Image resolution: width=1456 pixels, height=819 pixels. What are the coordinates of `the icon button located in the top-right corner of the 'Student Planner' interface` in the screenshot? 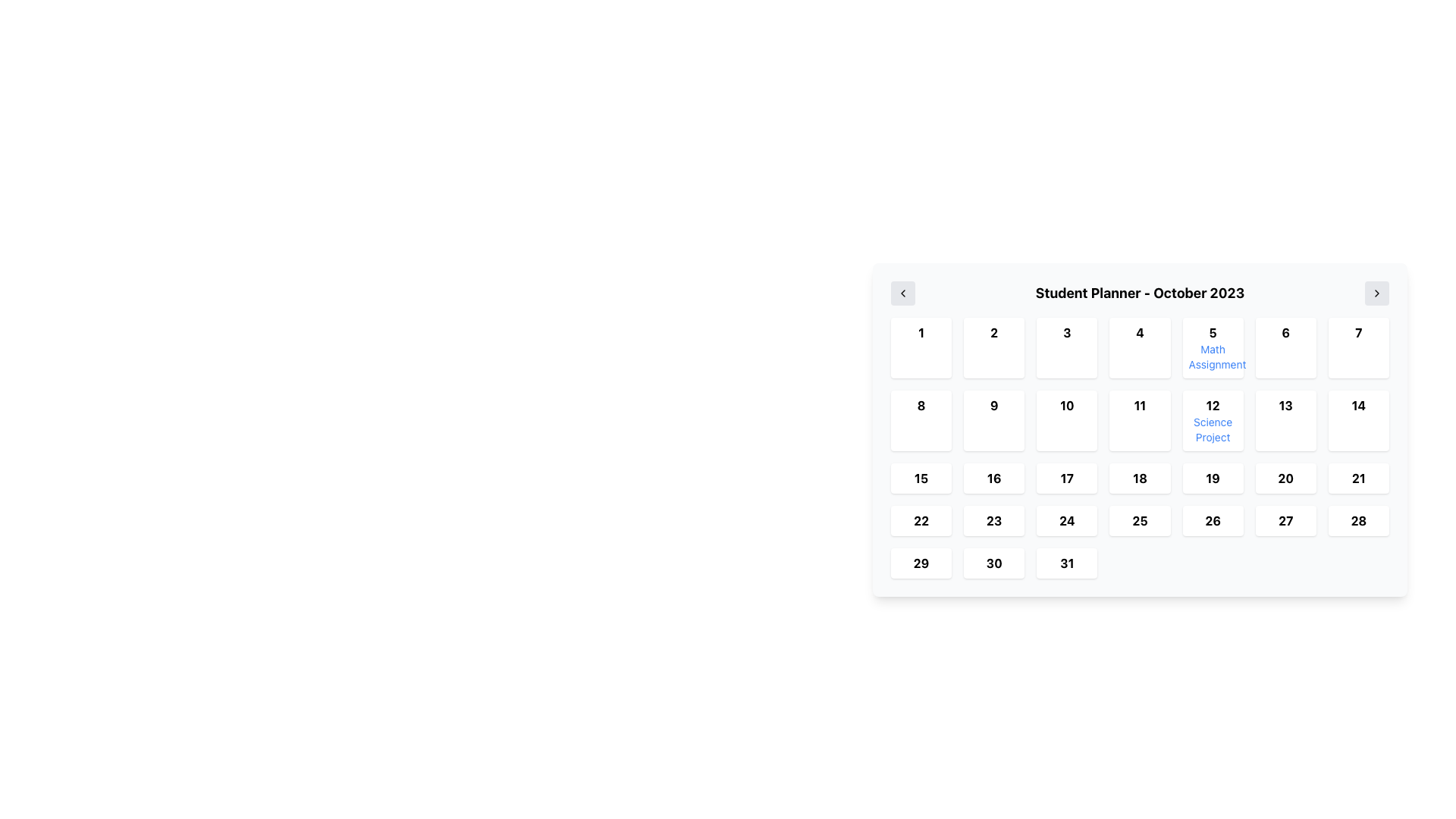 It's located at (1376, 293).